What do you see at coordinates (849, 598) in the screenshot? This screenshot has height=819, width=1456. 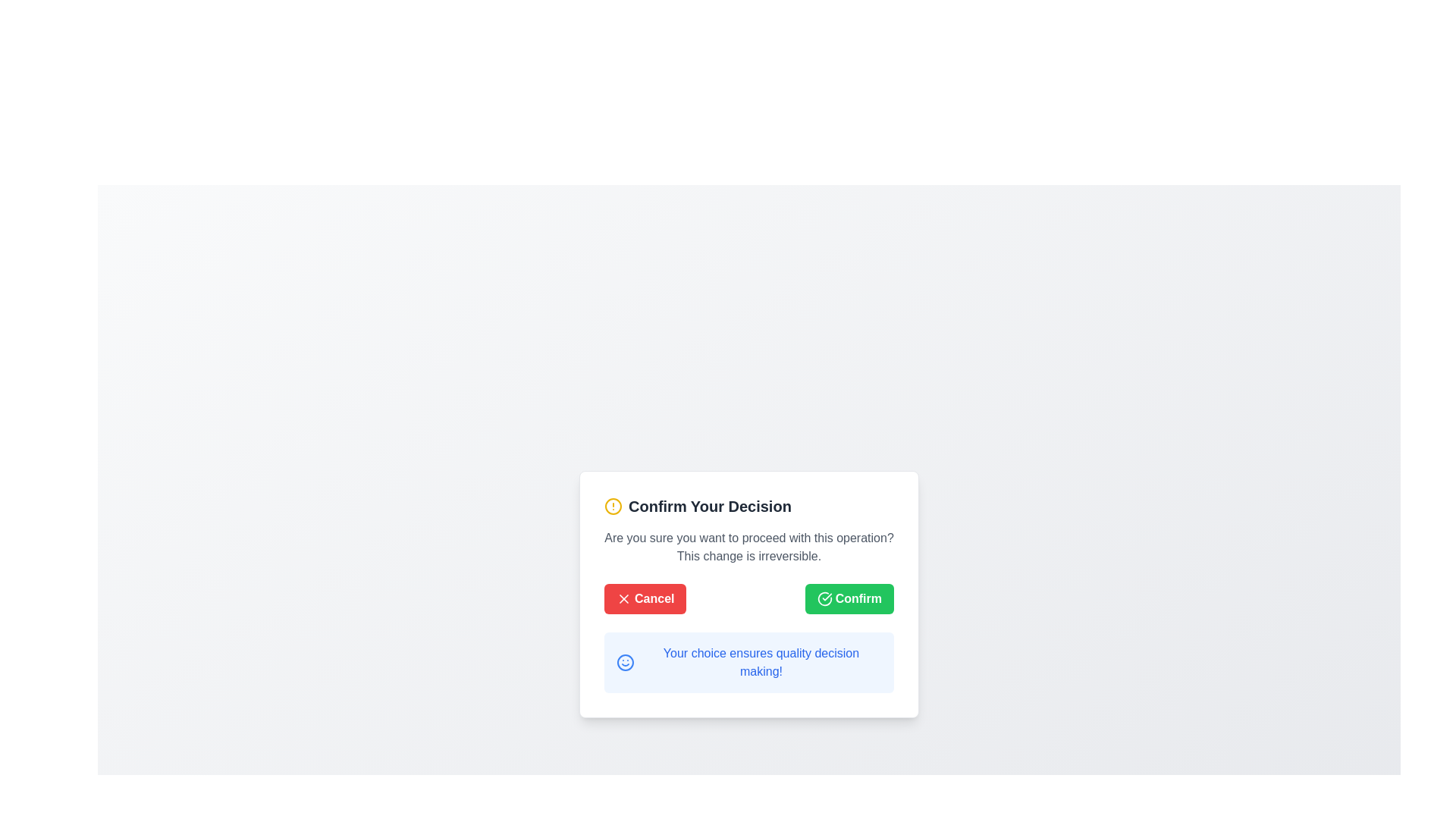 I see `the 'Confirm' button` at bounding box center [849, 598].